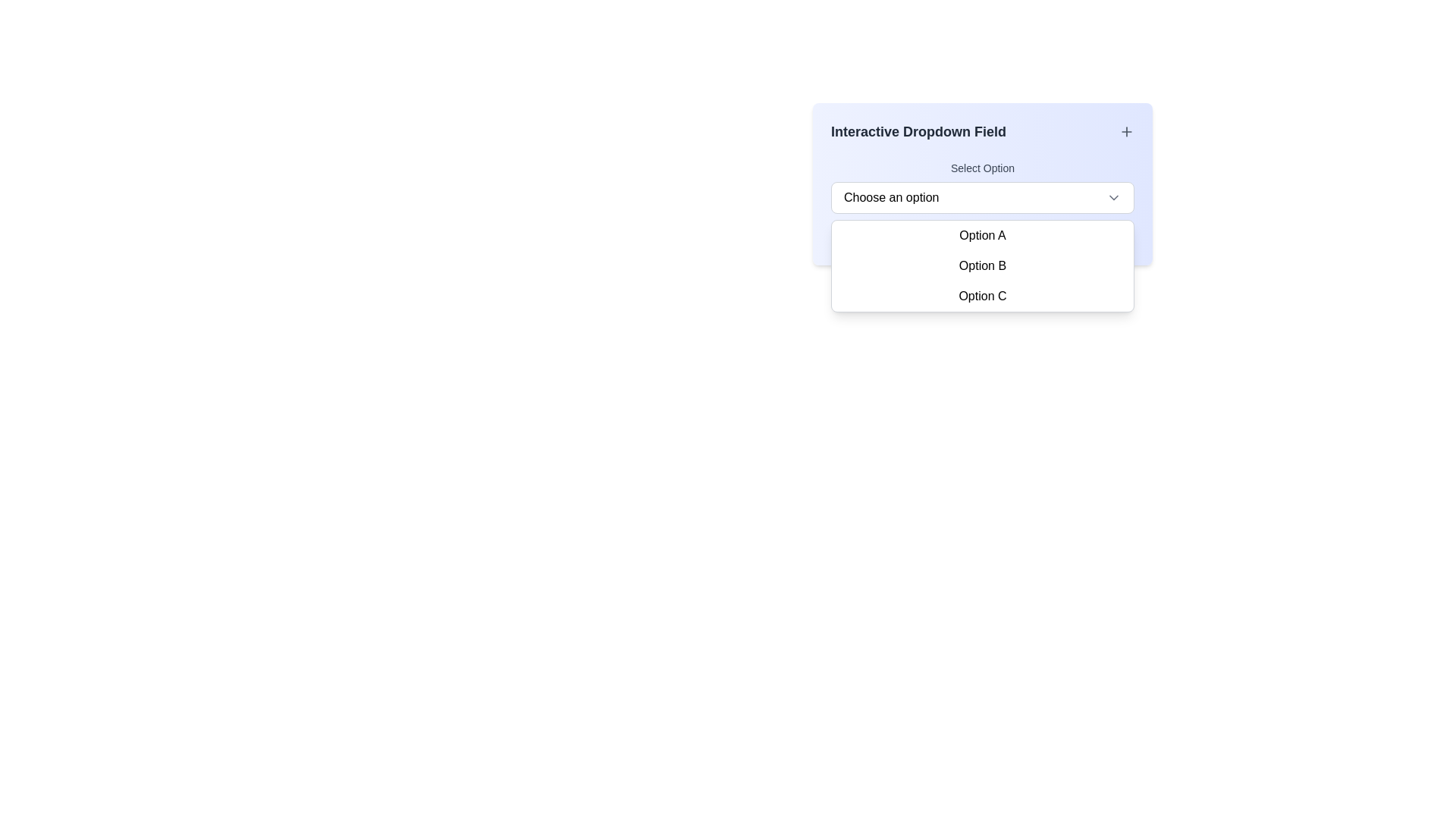  I want to click on the dropdown menu button styled with a white background, gray border, and rounded corners, so click(983, 197).